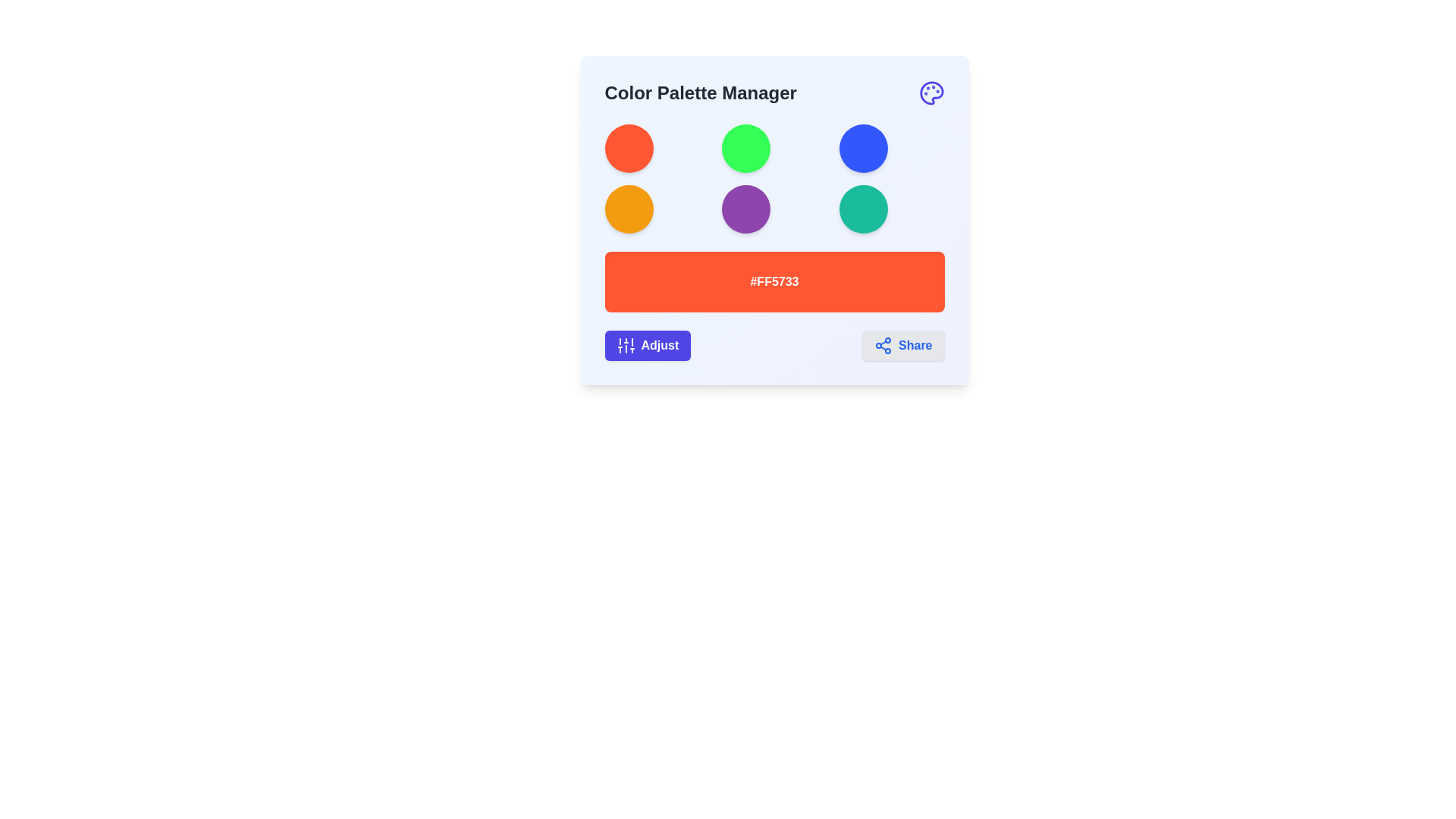 Image resolution: width=1456 pixels, height=819 pixels. I want to click on the Display label that shows the currently selected color and its hexadecimal code, located underneath the circular color options in the Color Palette Manager, so click(774, 281).